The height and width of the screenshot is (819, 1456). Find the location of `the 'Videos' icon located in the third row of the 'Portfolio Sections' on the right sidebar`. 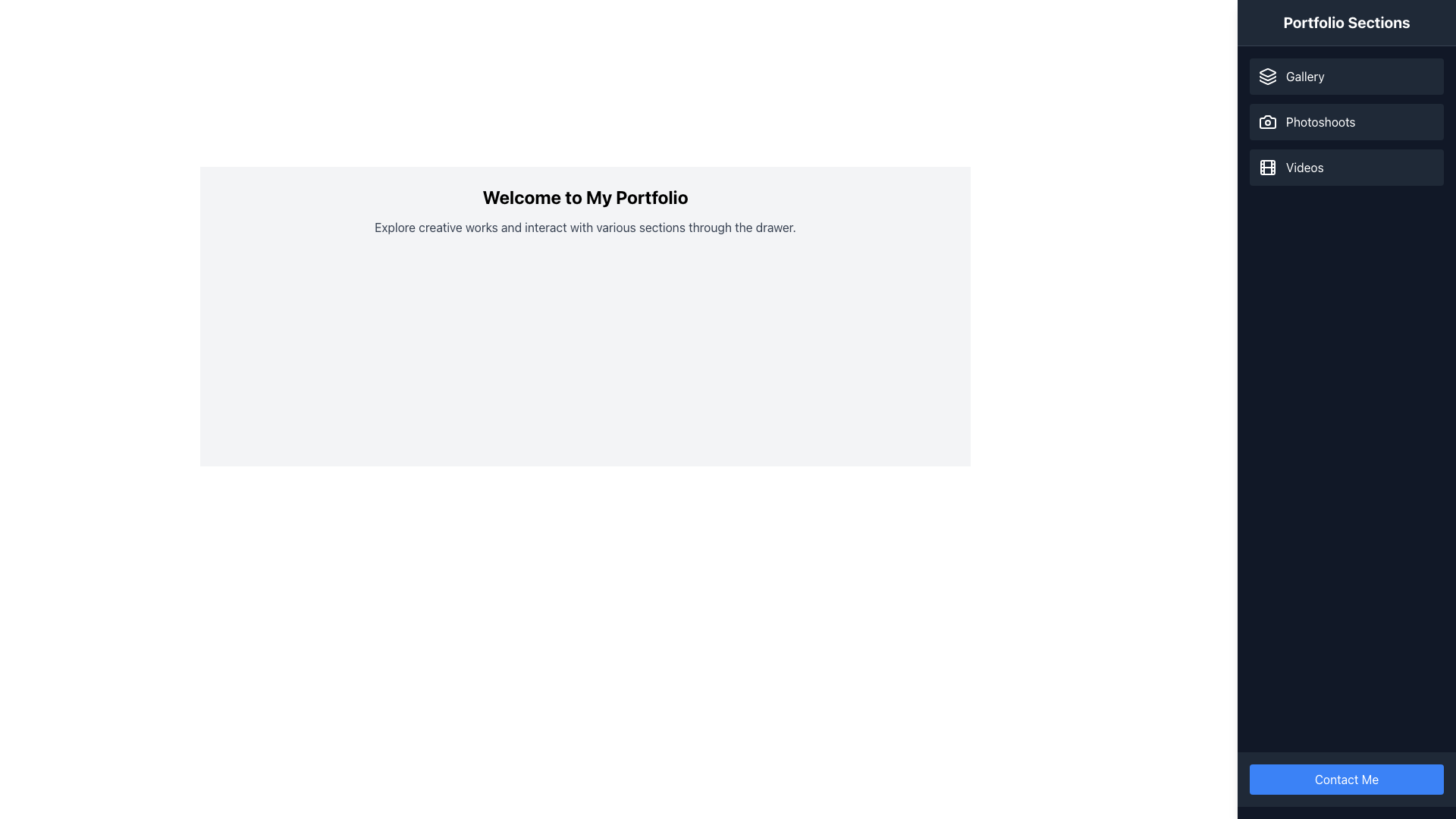

the 'Videos' icon located in the third row of the 'Portfolio Sections' on the right sidebar is located at coordinates (1267, 167).